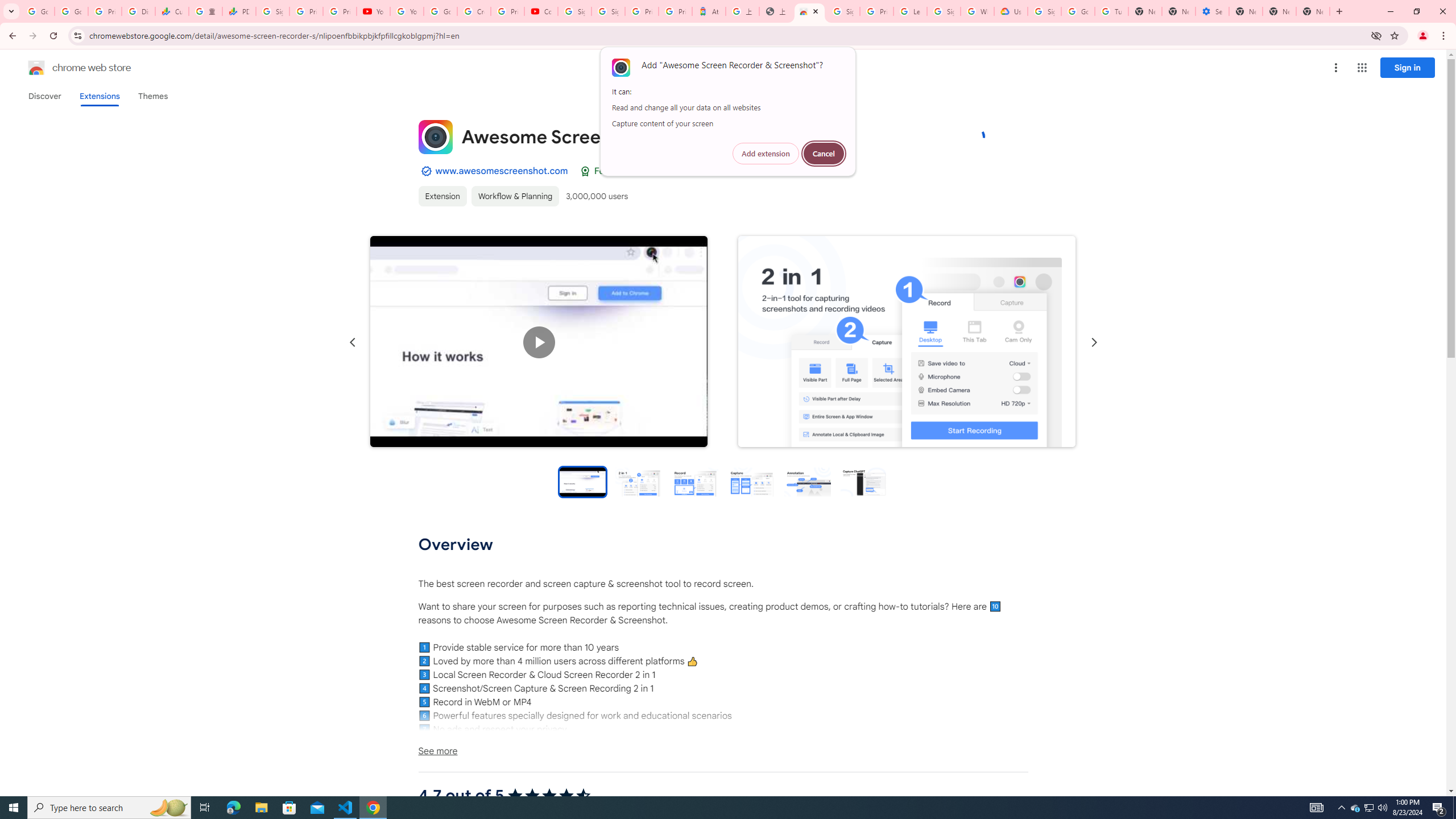 The width and height of the screenshot is (1456, 819). What do you see at coordinates (943, 11) in the screenshot?
I see `'Sign in - Google Accounts'` at bounding box center [943, 11].